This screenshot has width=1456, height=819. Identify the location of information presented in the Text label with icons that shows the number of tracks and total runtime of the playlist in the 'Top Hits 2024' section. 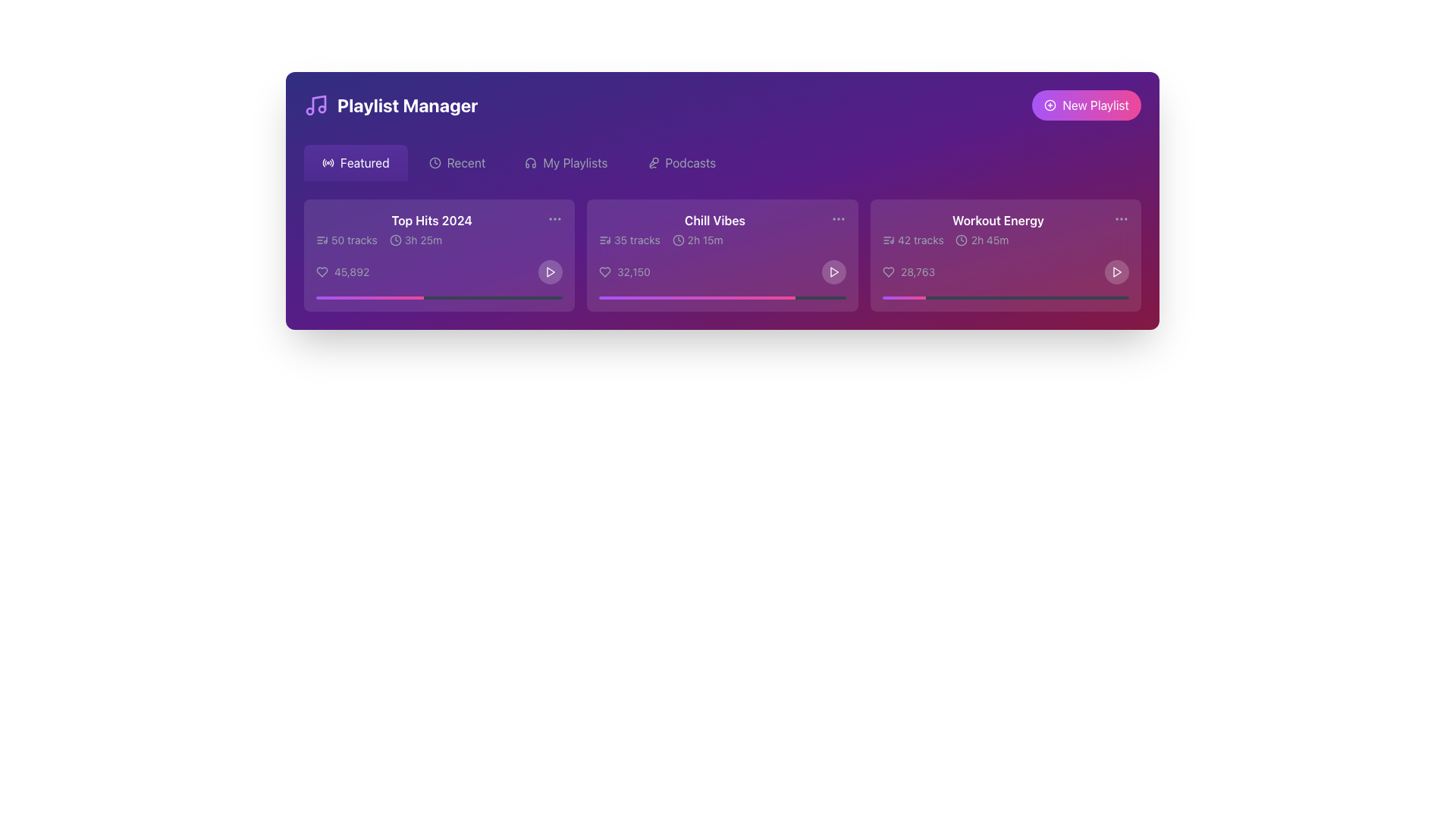
(431, 239).